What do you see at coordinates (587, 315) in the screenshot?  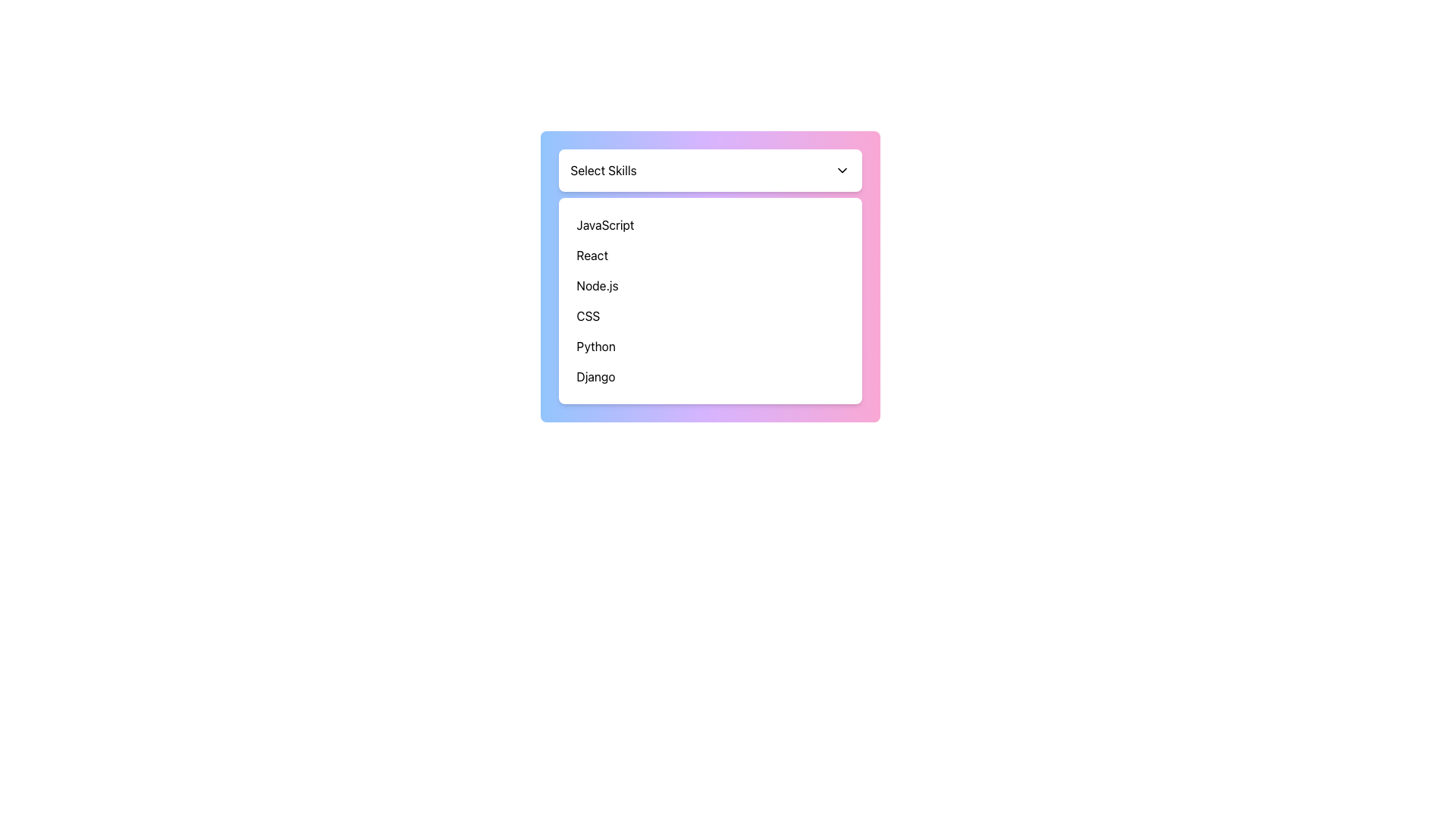 I see `the 'CSS' text label in the dropdown menu, which is the fourth entry in a vertical list under 'Select Skills'` at bounding box center [587, 315].